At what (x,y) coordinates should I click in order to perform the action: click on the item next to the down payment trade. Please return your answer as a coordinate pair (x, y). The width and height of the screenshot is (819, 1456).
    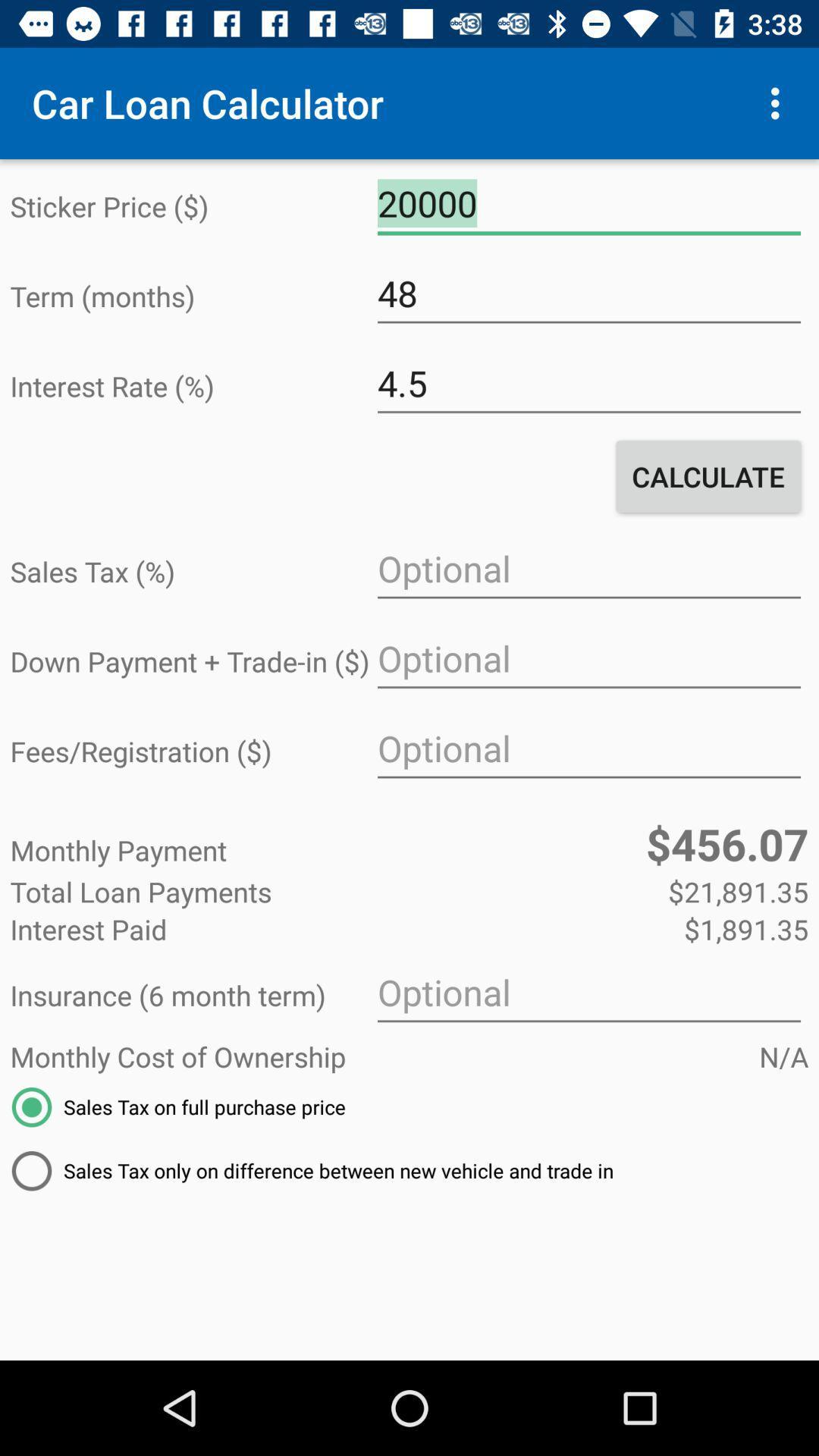
    Looking at the image, I should click on (588, 659).